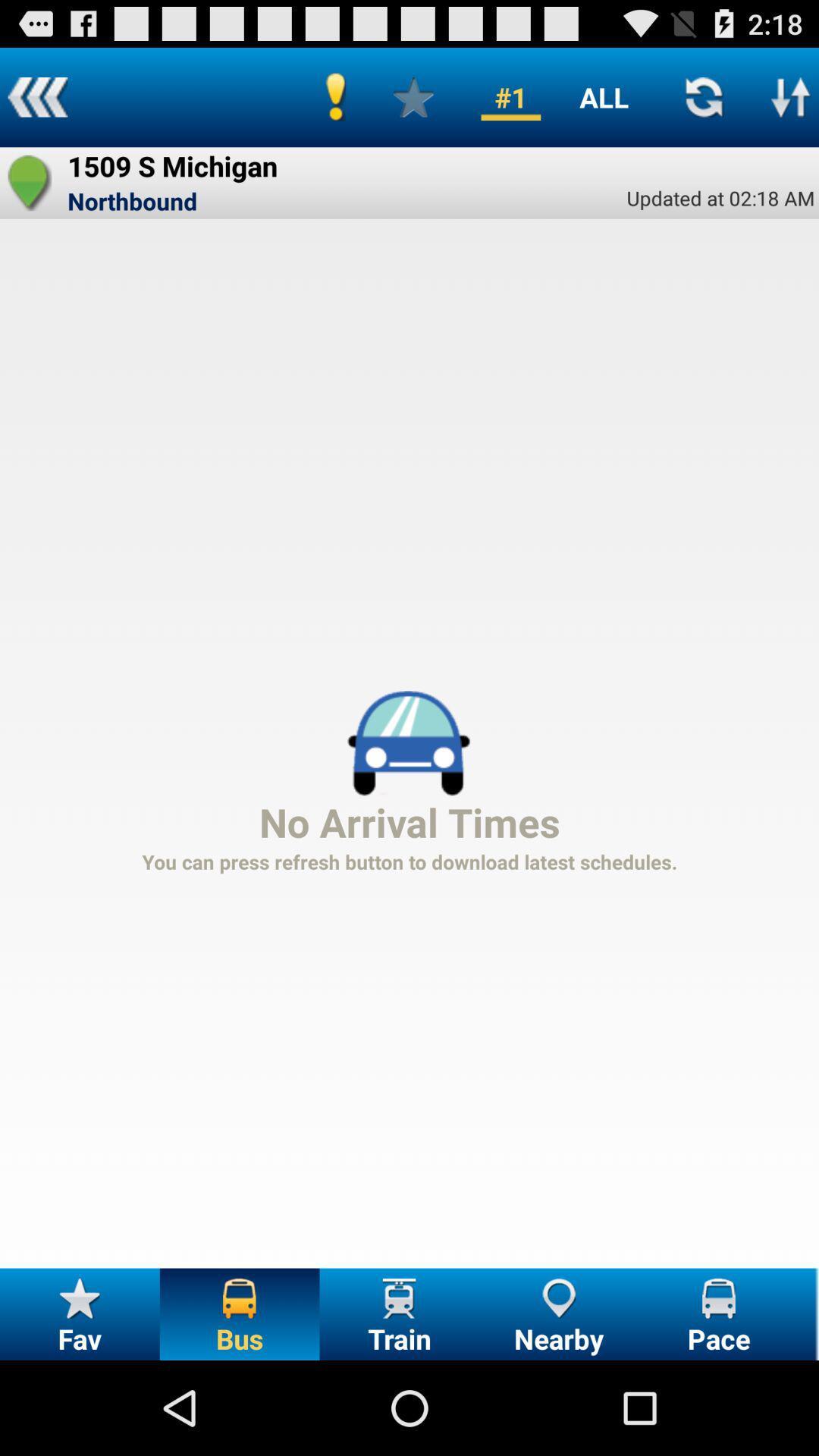 The width and height of the screenshot is (819, 1456). Describe the element at coordinates (413, 96) in the screenshot. I see `the button to the left of   #1` at that location.